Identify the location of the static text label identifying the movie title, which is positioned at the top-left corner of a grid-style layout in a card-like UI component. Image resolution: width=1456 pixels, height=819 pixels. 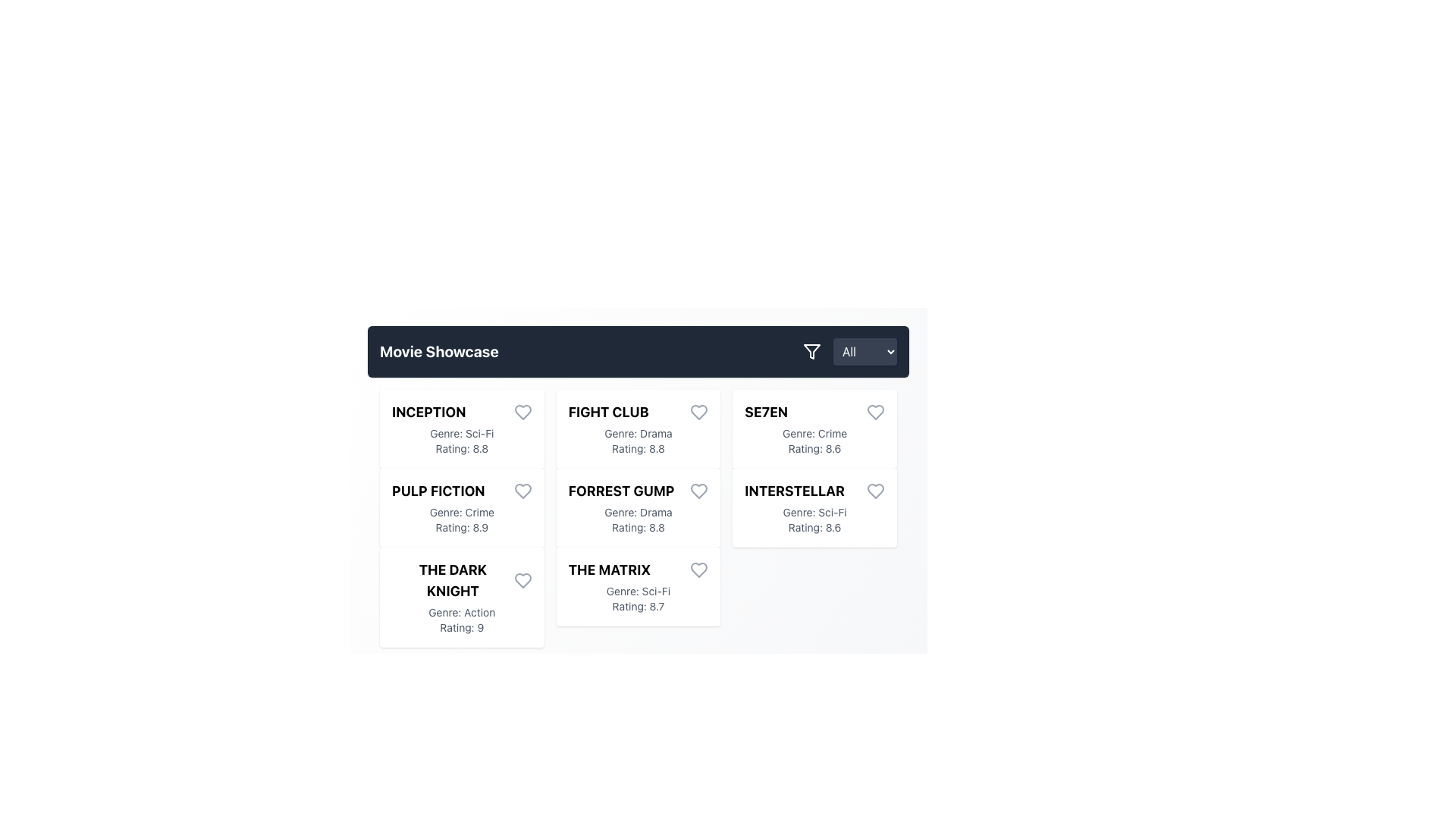
(428, 412).